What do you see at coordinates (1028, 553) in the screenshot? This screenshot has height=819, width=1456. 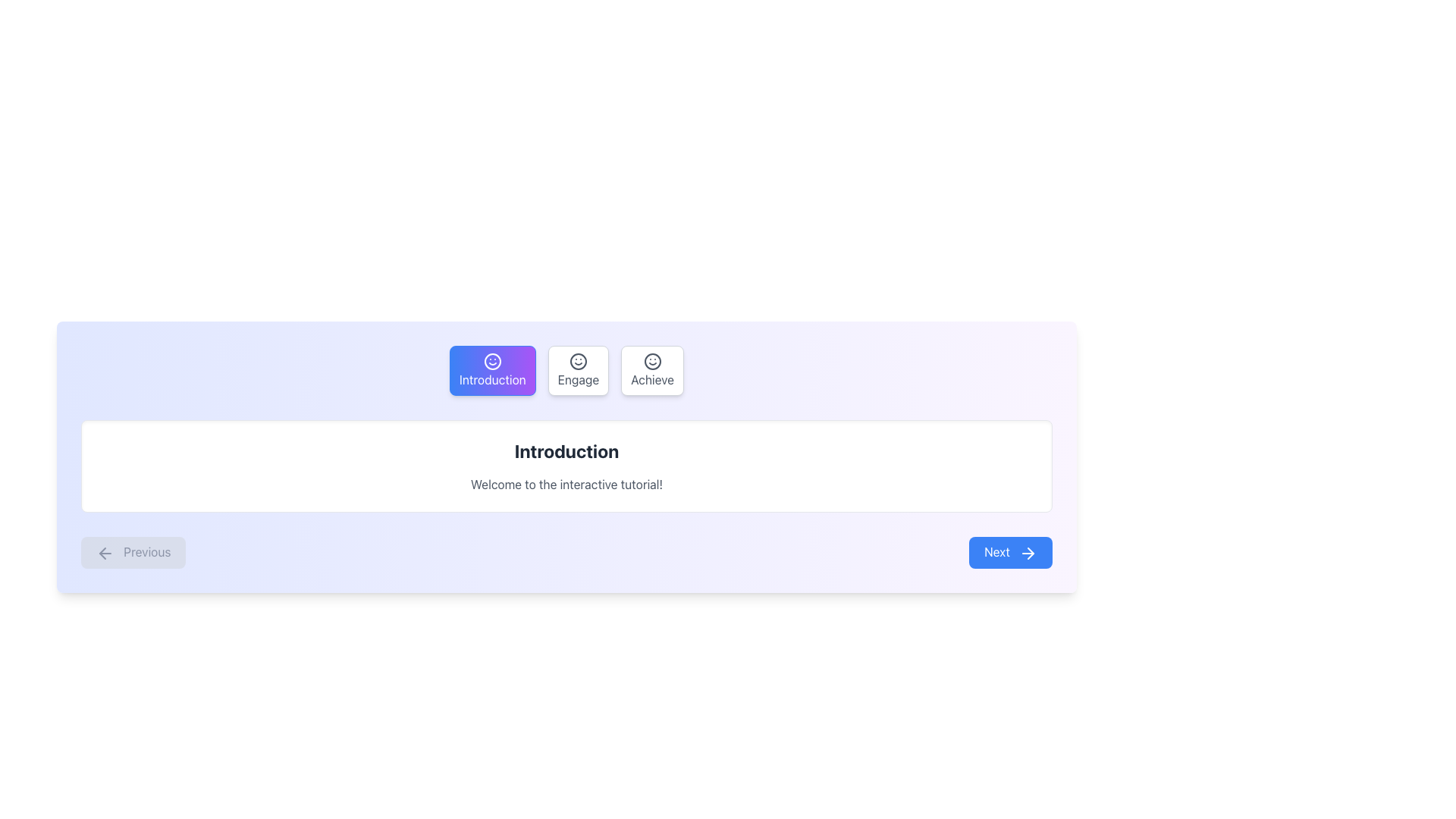 I see `the right-pointing arrow icon within the 'Next' button, which has a blue background and a minimalistic outline, located in the bottom-right corner of the interface` at bounding box center [1028, 553].